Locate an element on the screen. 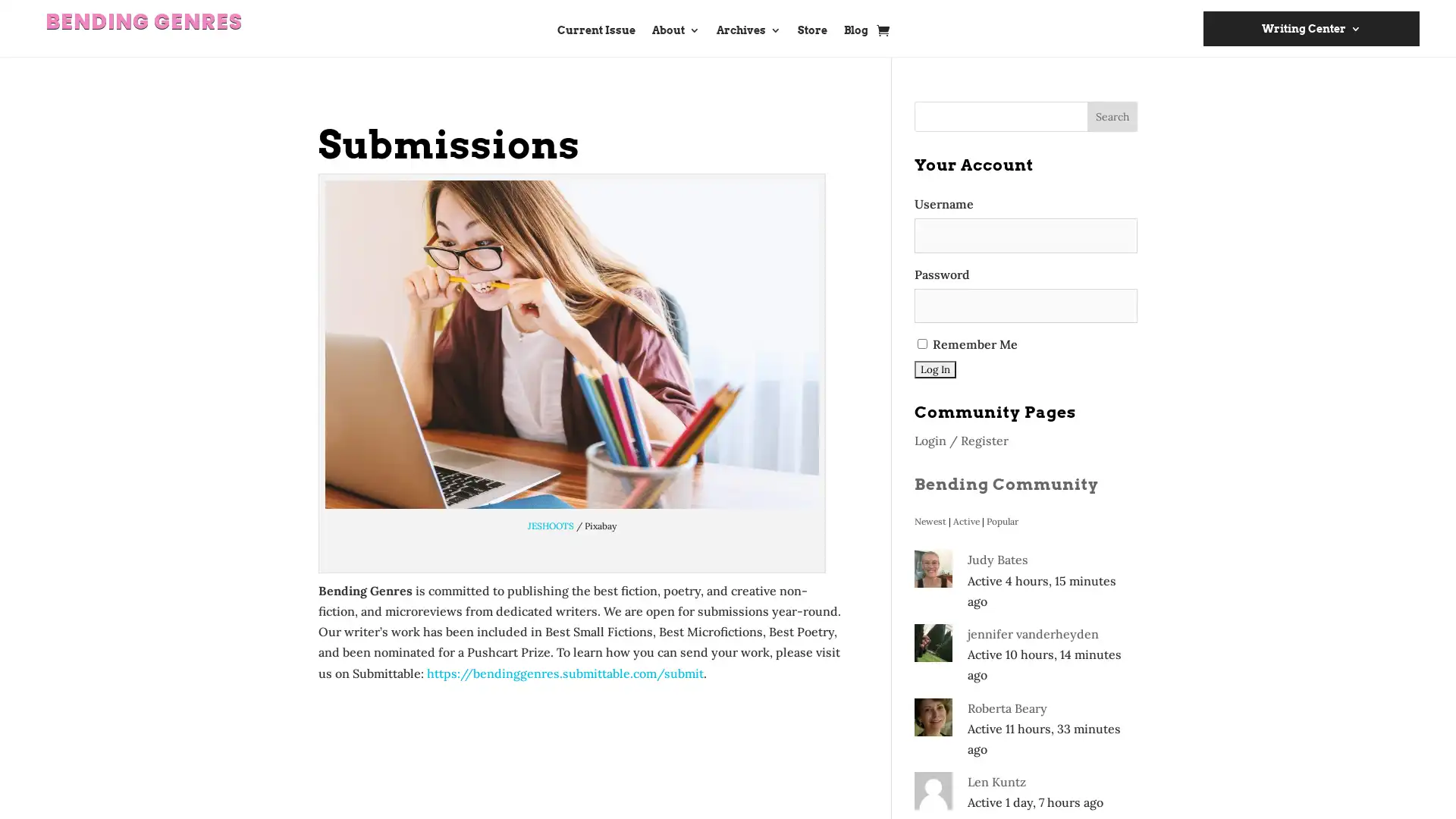  Search is located at coordinates (1112, 116).